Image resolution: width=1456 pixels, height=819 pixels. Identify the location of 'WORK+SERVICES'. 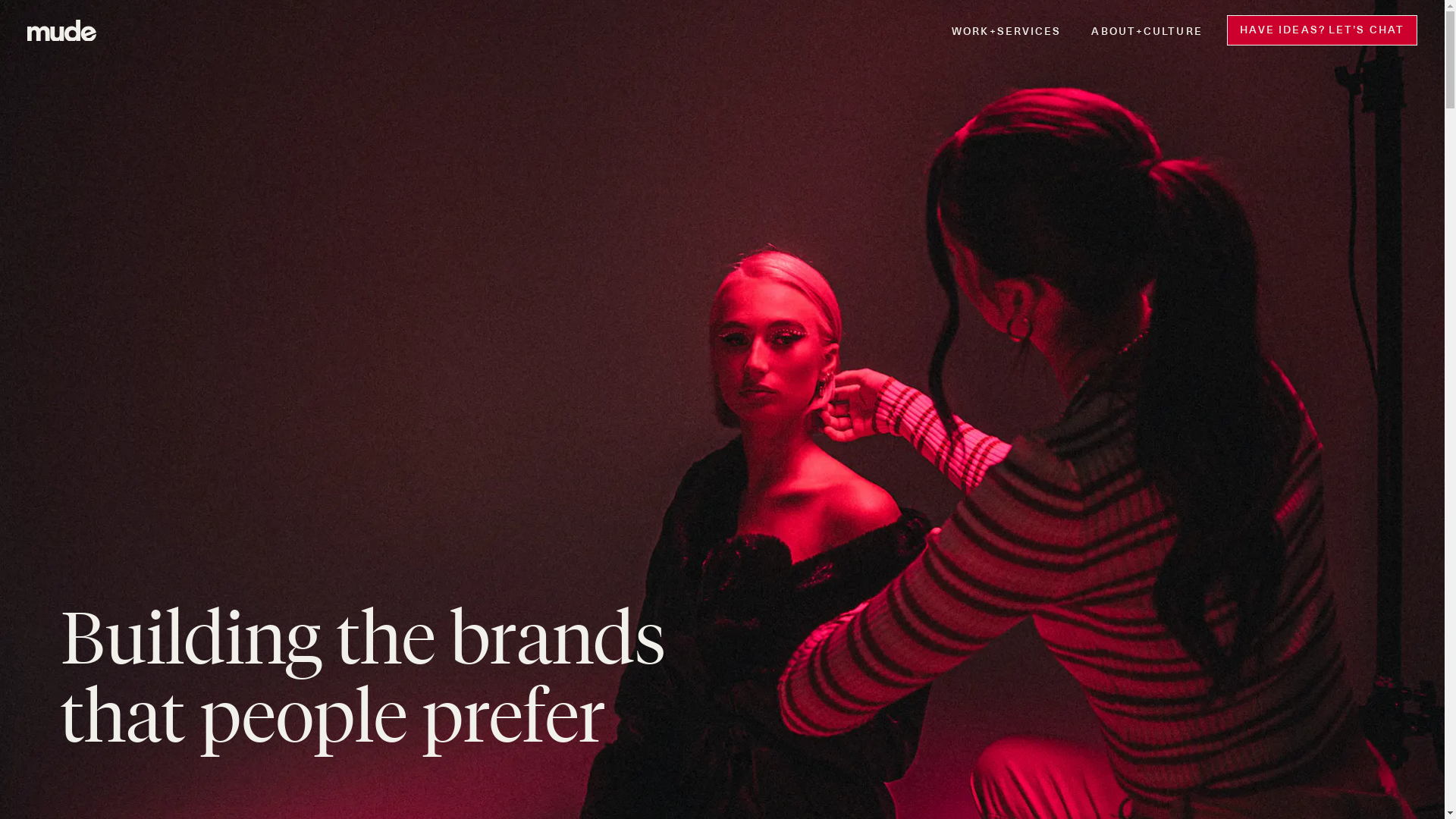
(1006, 30).